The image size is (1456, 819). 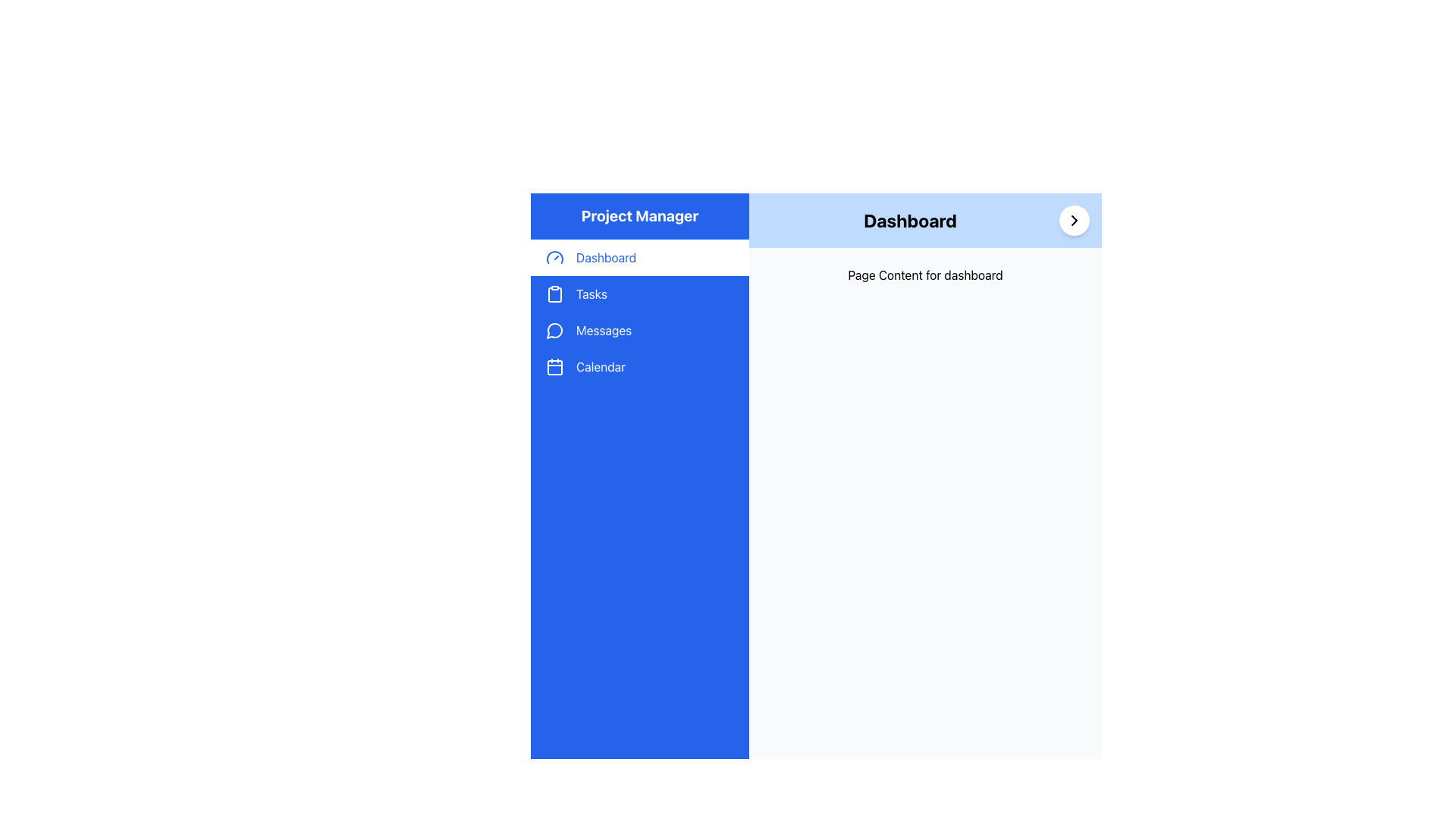 I want to click on the circular messaging icon located in the vertical navigation menu under the 'Messages' label, so click(x=554, y=329).